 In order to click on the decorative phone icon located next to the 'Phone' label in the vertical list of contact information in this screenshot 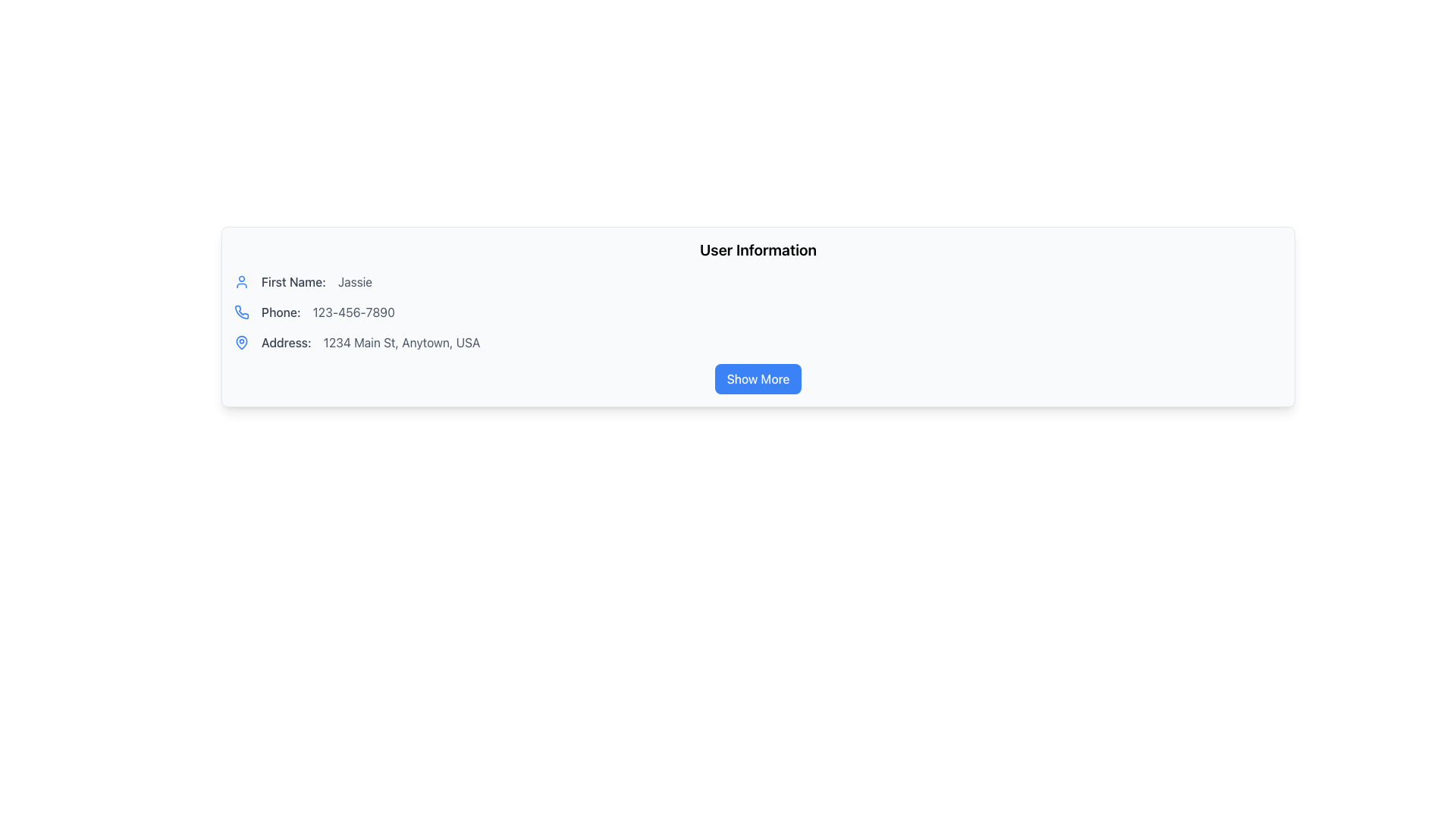, I will do `click(241, 312)`.